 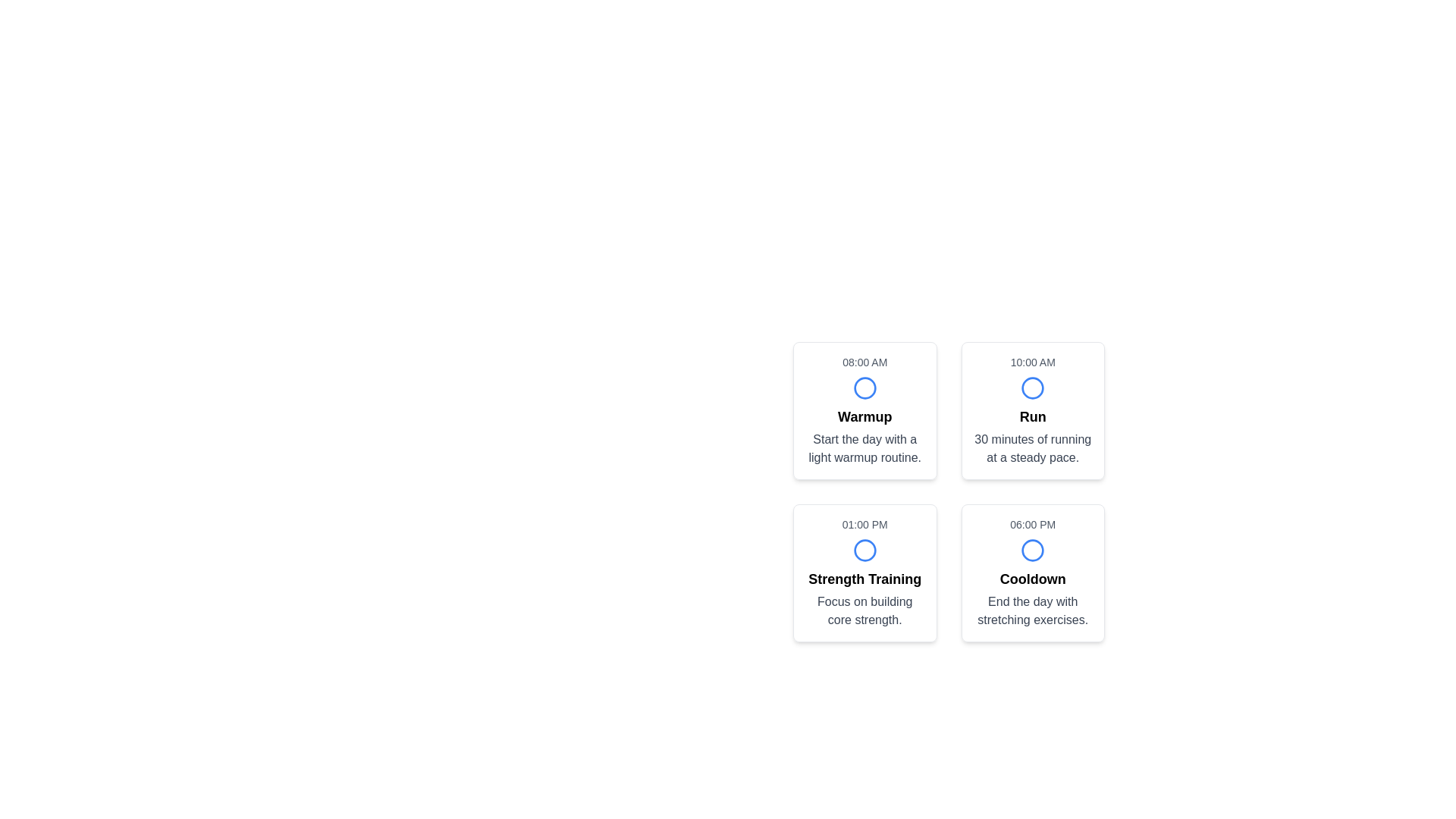 I want to click on text label that says 'Focus on building core strength.' located at the bottom of the card in the bottom-left part of the grid layout, so click(x=864, y=610).